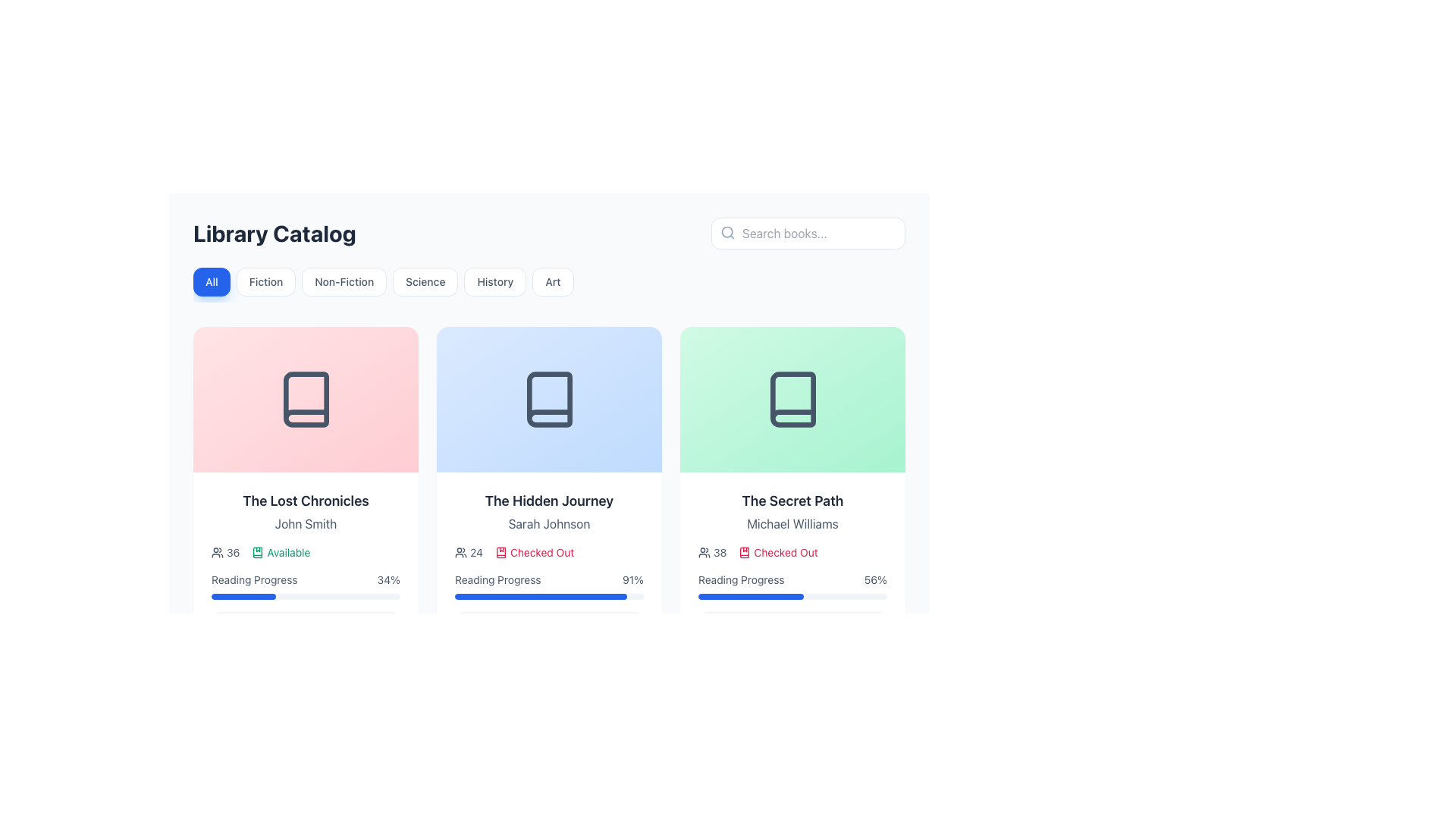 The width and height of the screenshot is (1456, 819). Describe the element at coordinates (552, 281) in the screenshot. I see `the 'Art' button, which is the last button in a horizontal group of six buttons, to filter content` at that location.